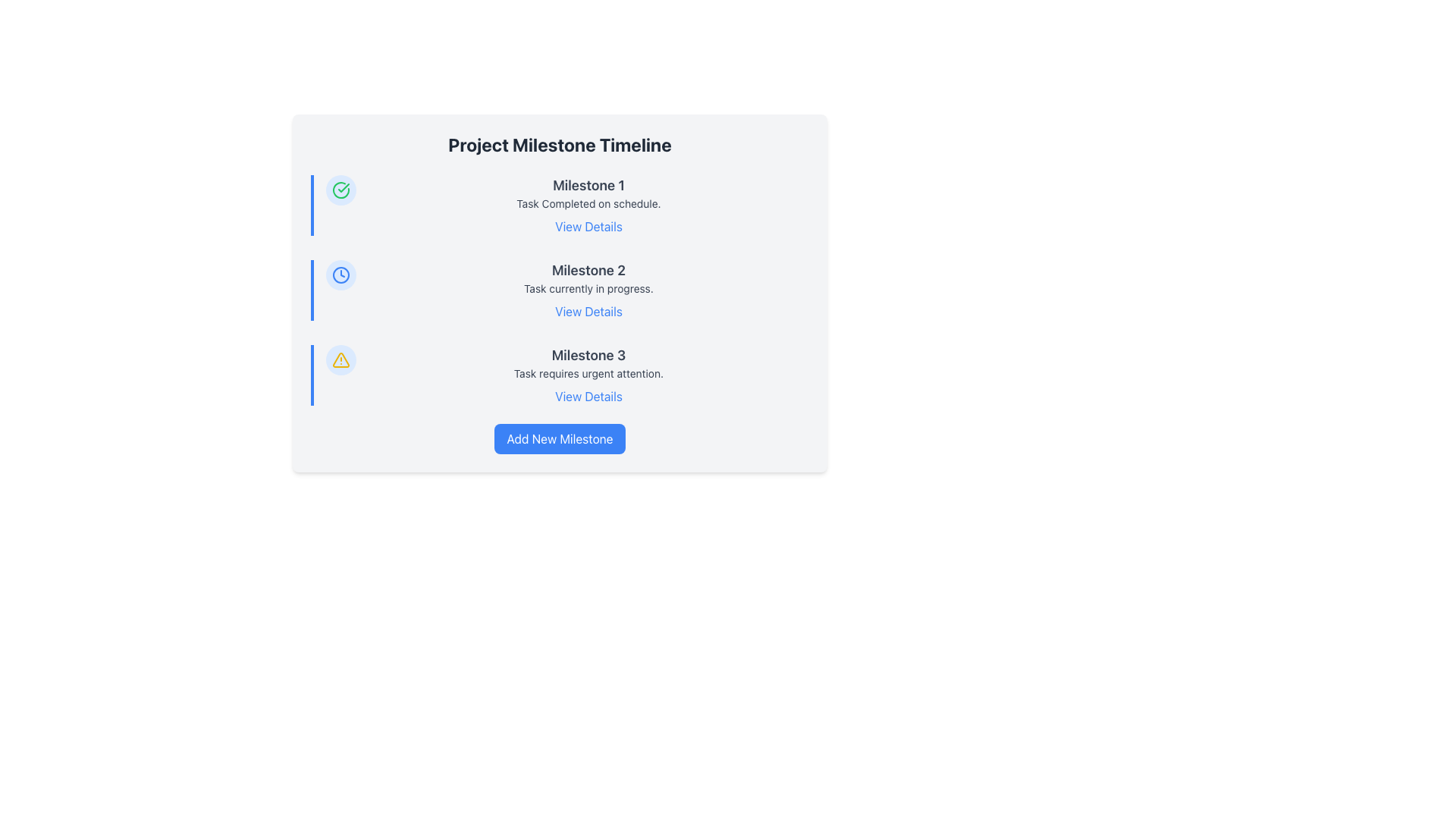  Describe the element at coordinates (588, 185) in the screenshot. I see `the text label that serves as the title for the milestone, located at the top of the milestone's descriptive block, above the text 'Task Completed on schedule.'` at that location.